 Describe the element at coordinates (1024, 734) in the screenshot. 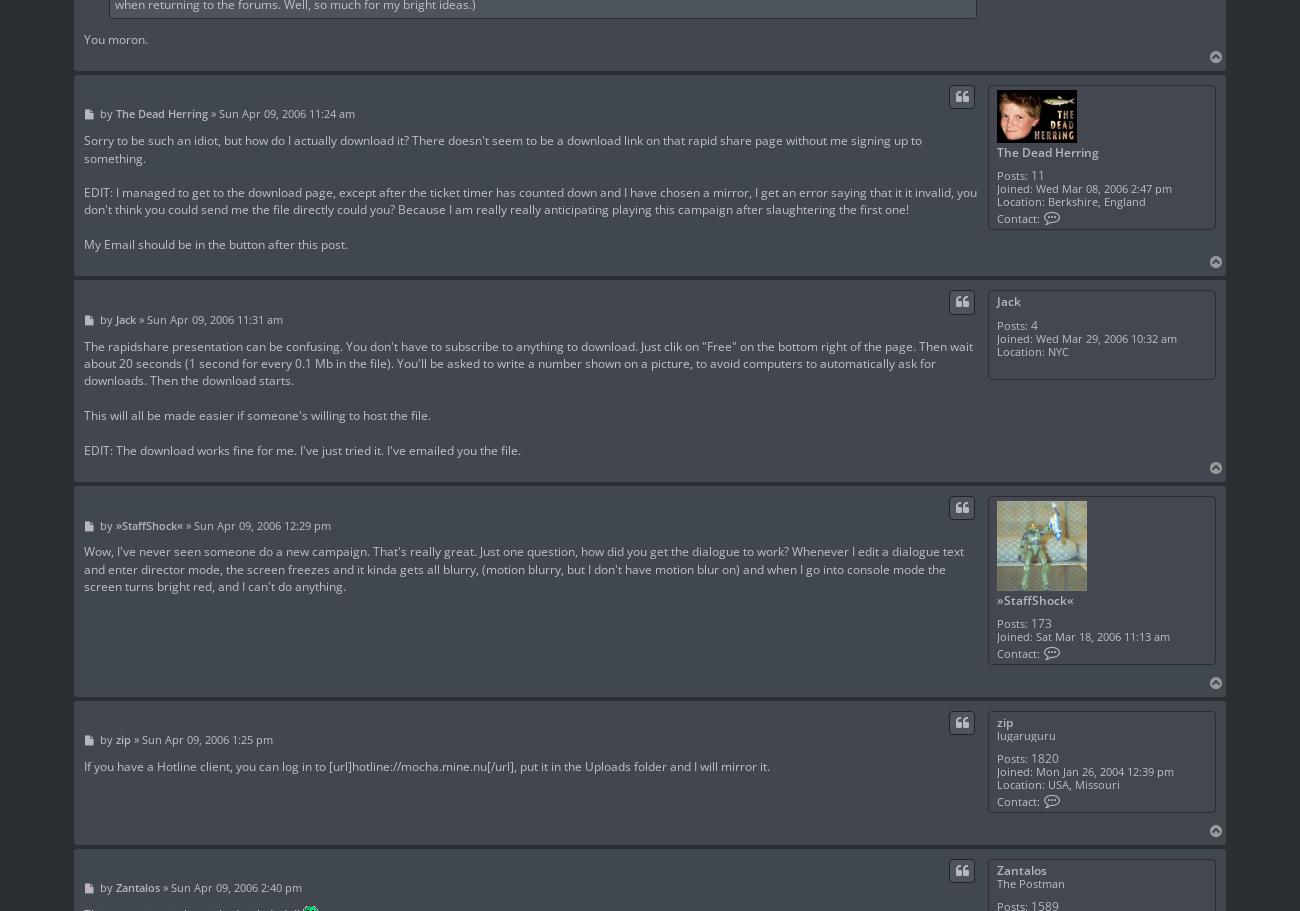

I see `'lugaruguru'` at that location.